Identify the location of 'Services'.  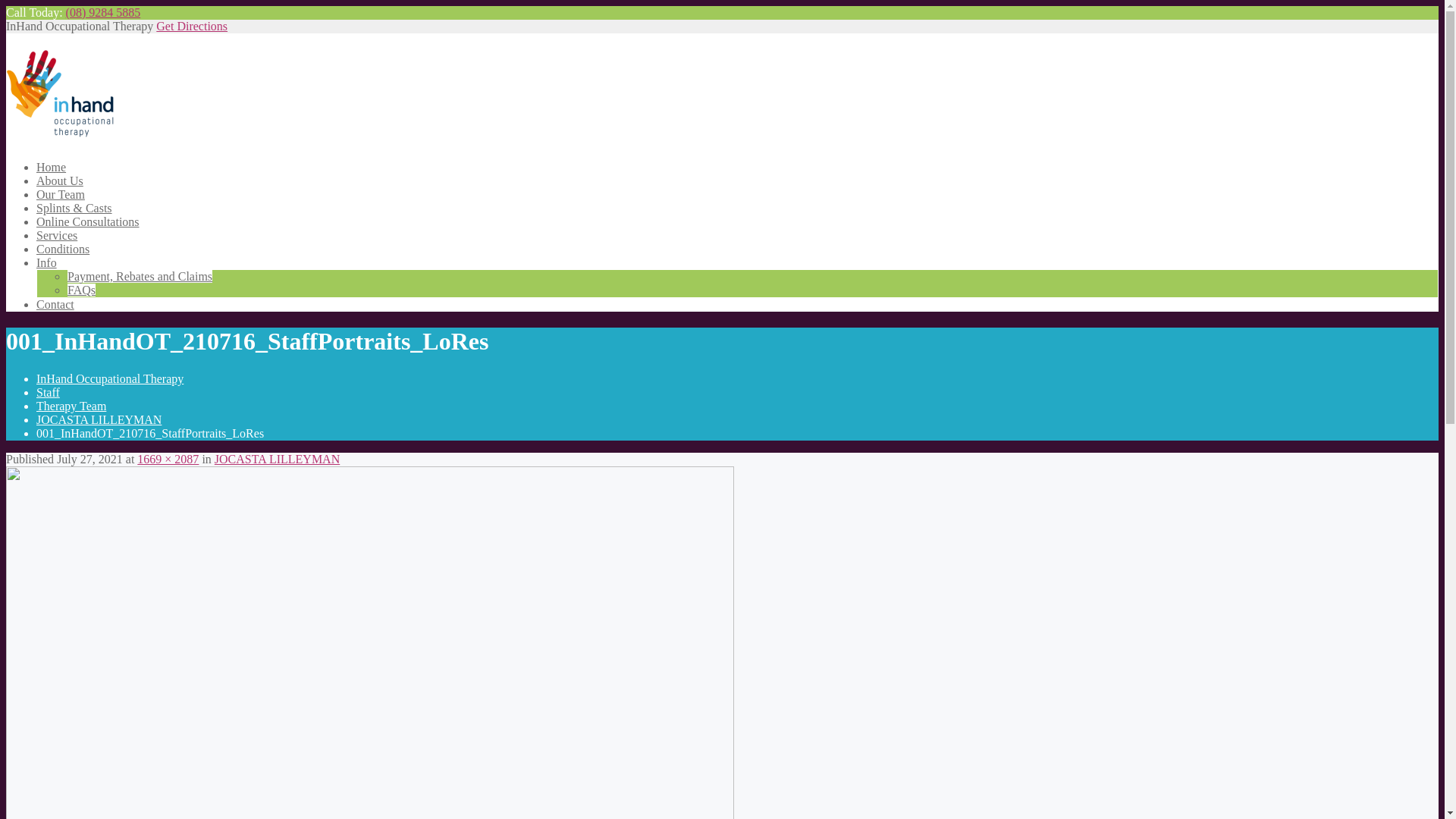
(57, 235).